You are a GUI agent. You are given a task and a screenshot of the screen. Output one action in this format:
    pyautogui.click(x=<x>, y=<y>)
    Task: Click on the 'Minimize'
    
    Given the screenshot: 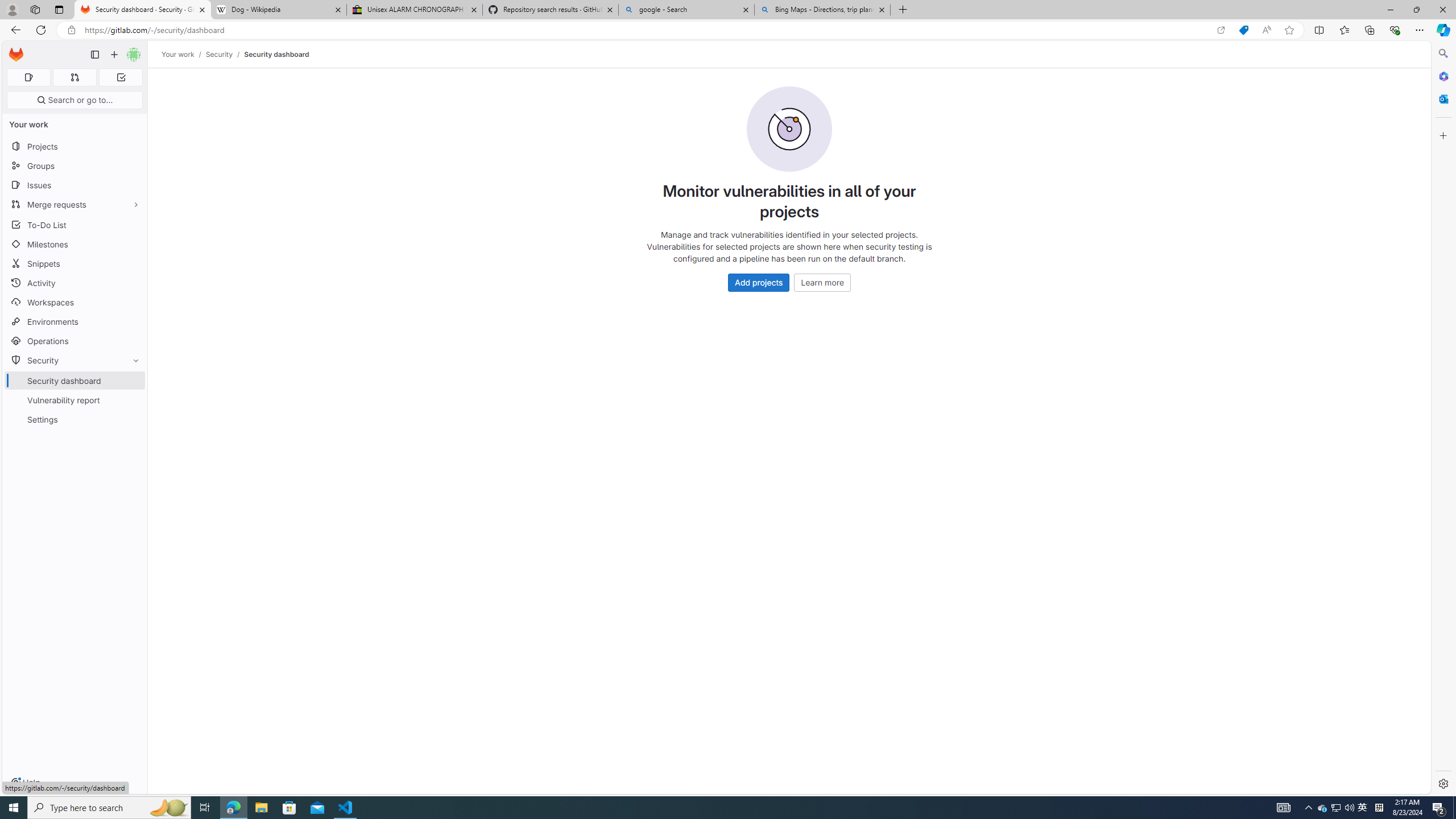 What is the action you would take?
    pyautogui.click(x=1389, y=9)
    